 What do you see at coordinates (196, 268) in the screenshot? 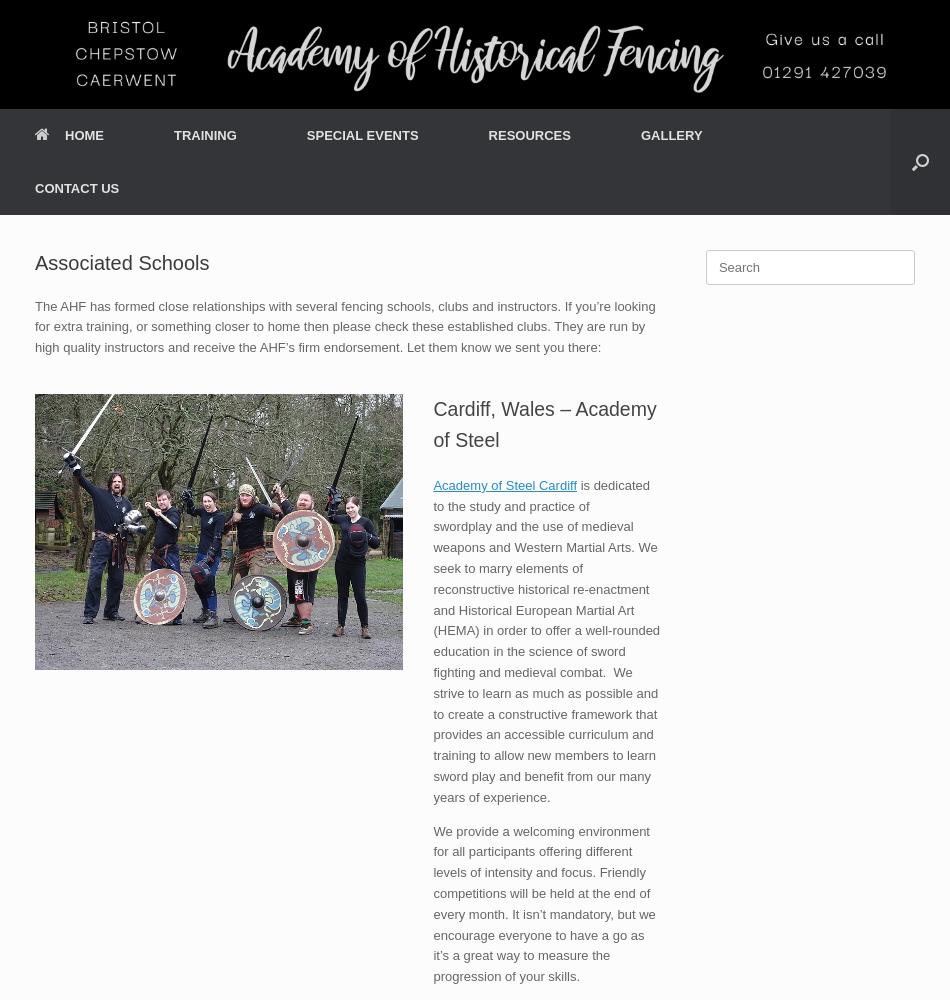
I see `'LOCATIONS'` at bounding box center [196, 268].